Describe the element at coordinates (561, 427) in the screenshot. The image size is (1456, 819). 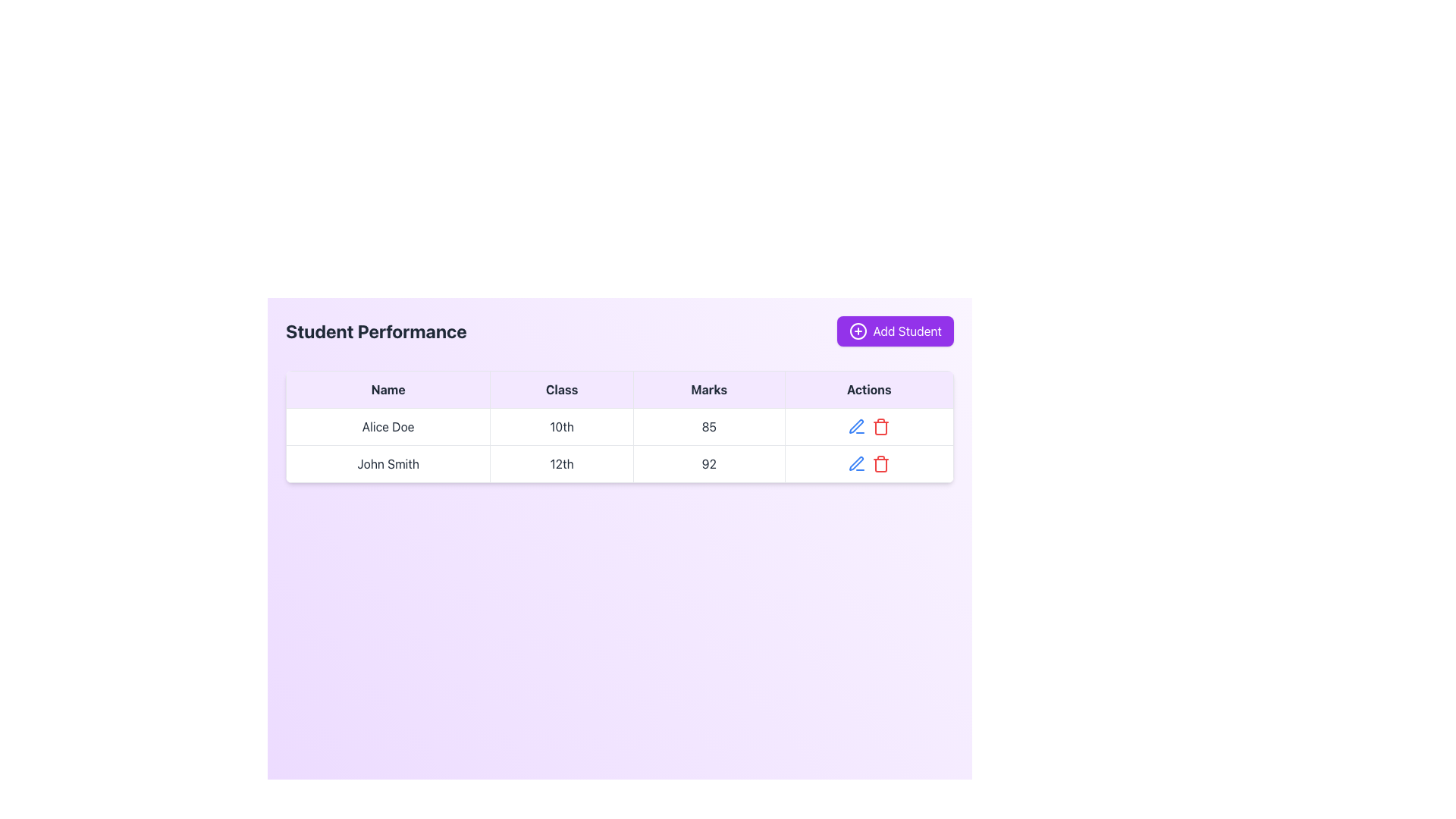
I see `the table cell displaying the grade level '10th' for the student 'Alice Doe', located in the 'Class' column` at that location.